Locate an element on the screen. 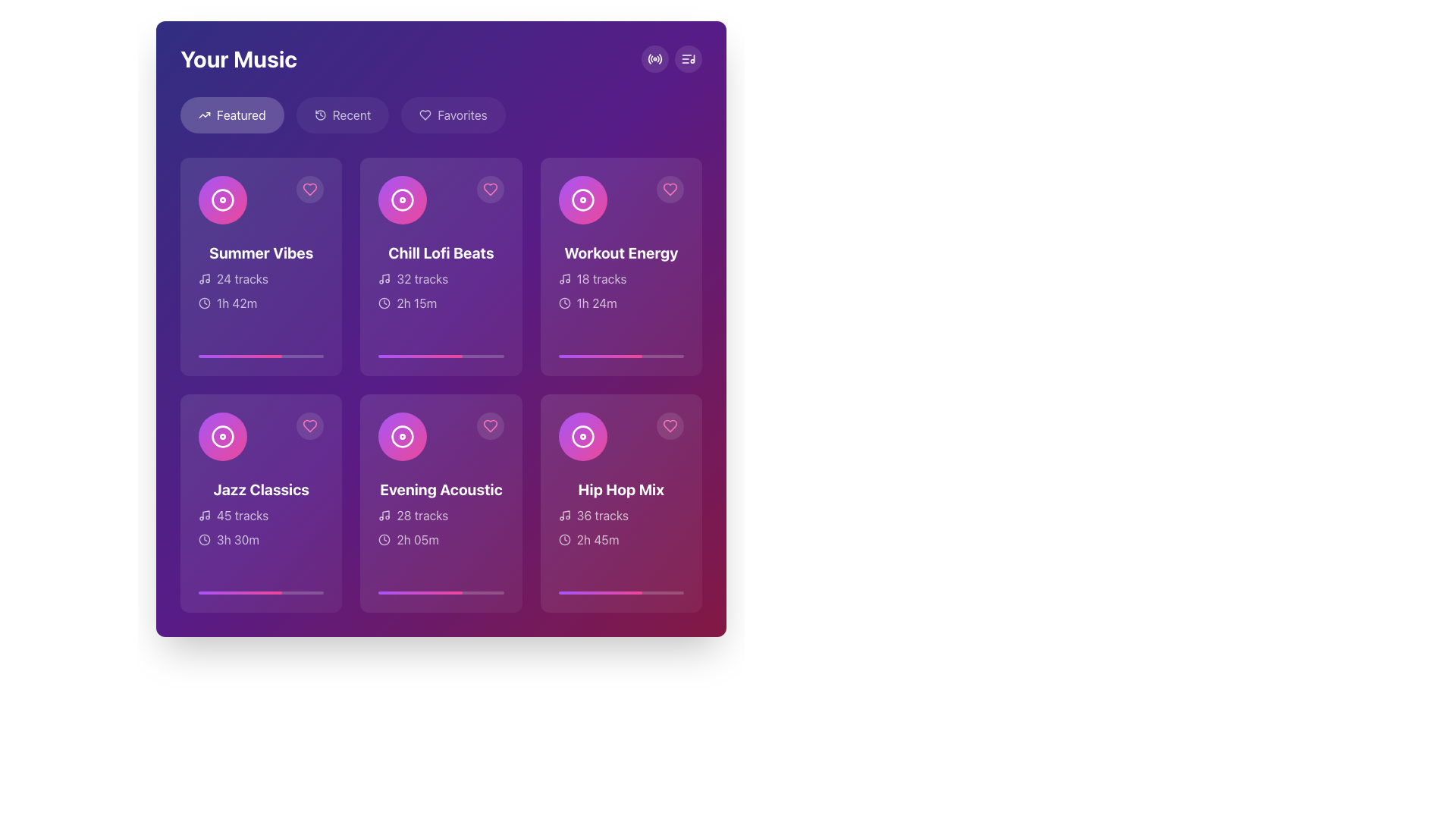 The image size is (1456, 819). the circular graphic element of the SVG clock symbol, which is positioned at the center of the clock icon above the text '2h 05m' in the 'Evening Acoustic' section is located at coordinates (384, 539).